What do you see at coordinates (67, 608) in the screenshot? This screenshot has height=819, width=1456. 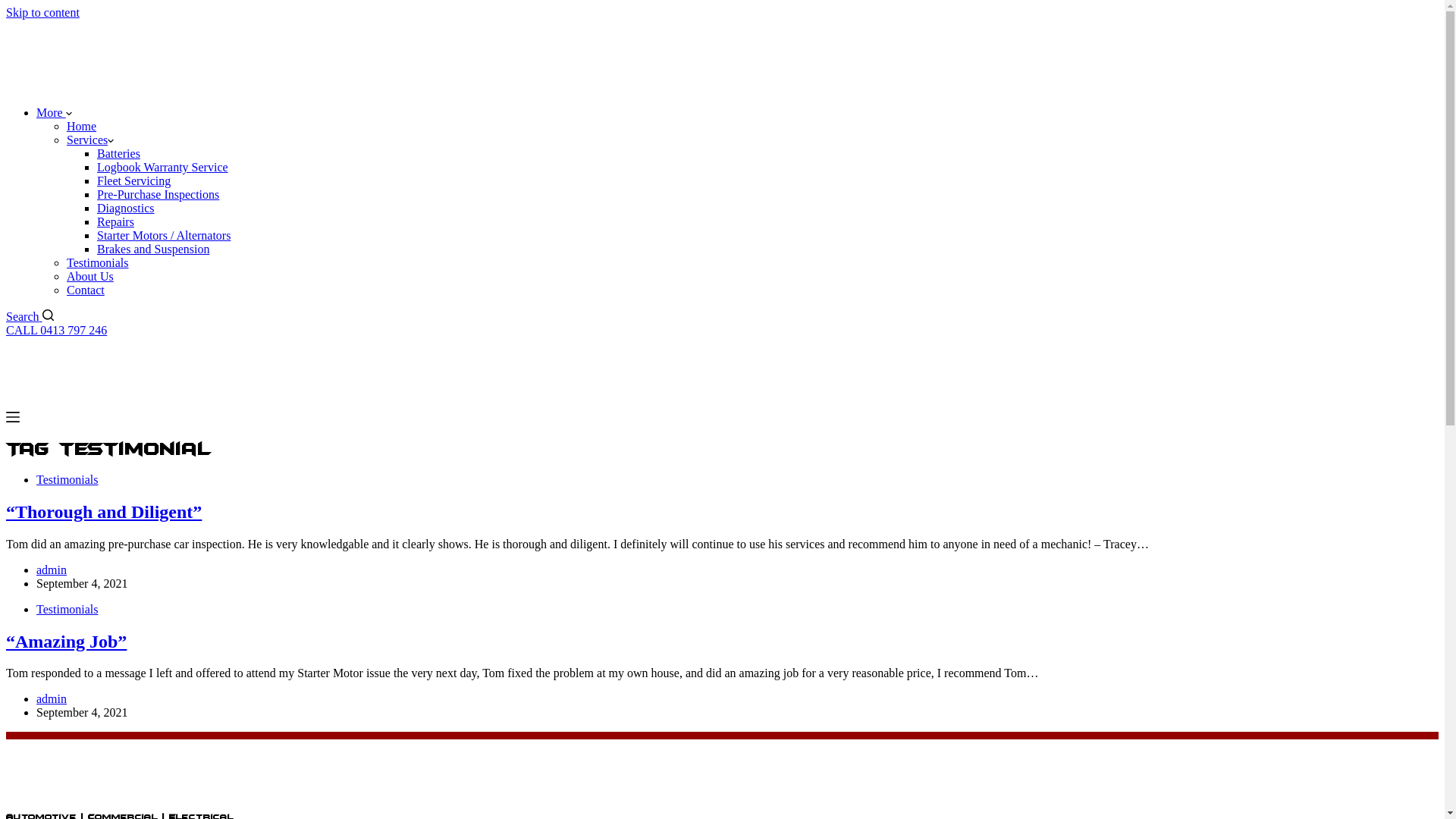 I see `'Testimonials'` at bounding box center [67, 608].